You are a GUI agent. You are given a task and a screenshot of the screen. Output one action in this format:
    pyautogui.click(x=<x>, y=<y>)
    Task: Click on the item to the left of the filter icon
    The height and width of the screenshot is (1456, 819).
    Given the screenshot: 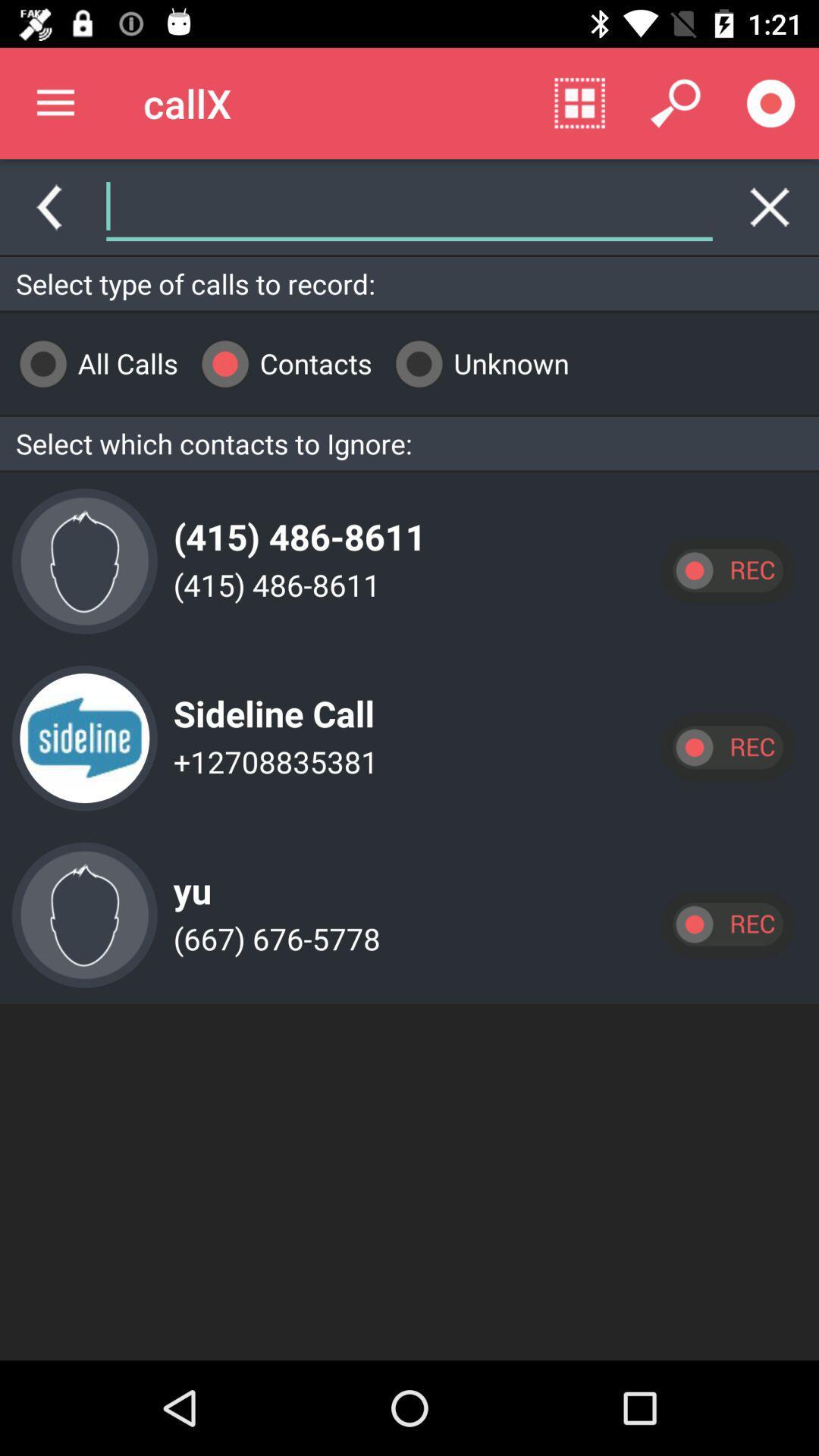 What is the action you would take?
    pyautogui.click(x=363, y=206)
    